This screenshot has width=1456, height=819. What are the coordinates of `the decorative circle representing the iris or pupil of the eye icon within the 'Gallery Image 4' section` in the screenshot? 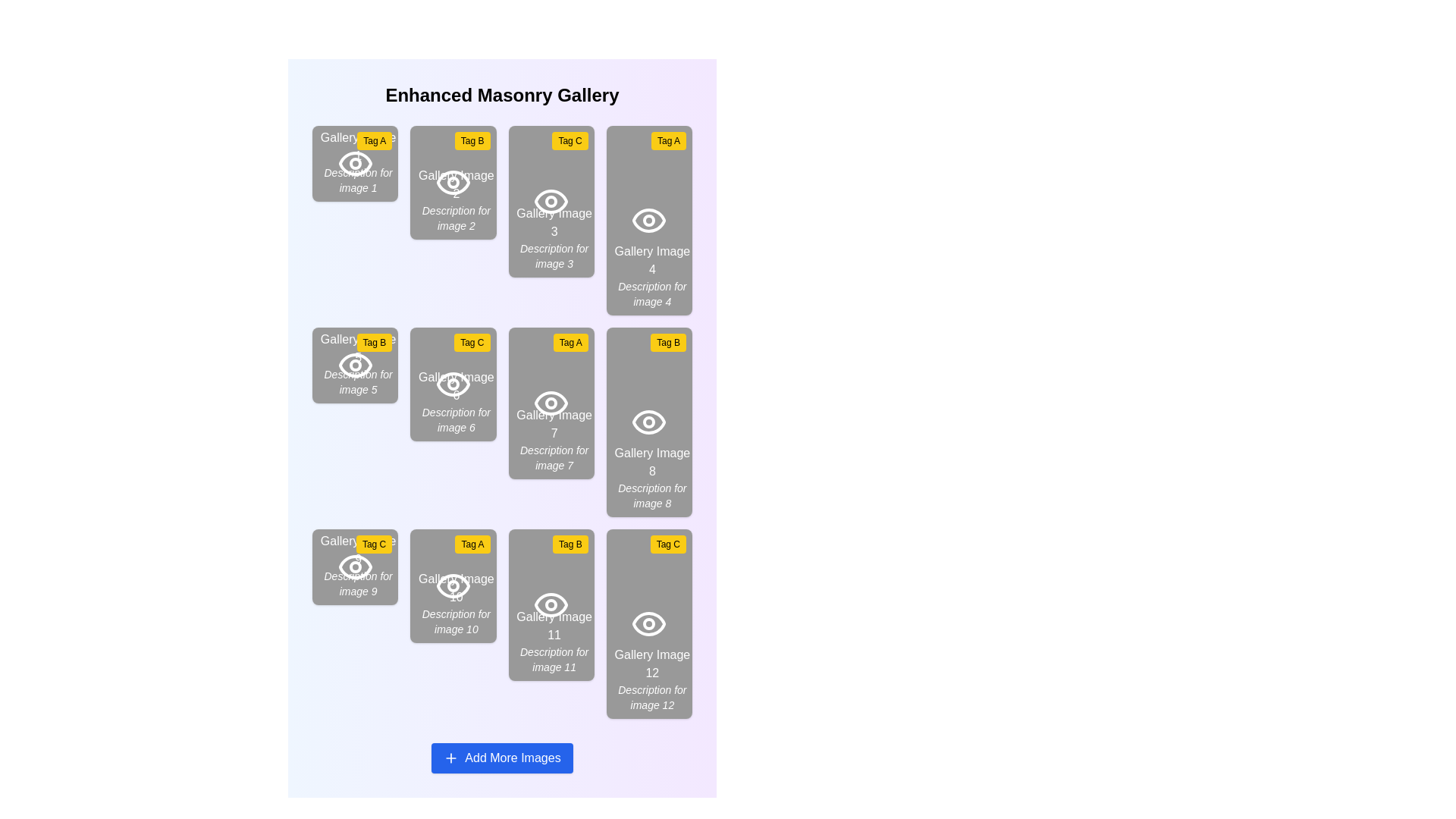 It's located at (649, 220).